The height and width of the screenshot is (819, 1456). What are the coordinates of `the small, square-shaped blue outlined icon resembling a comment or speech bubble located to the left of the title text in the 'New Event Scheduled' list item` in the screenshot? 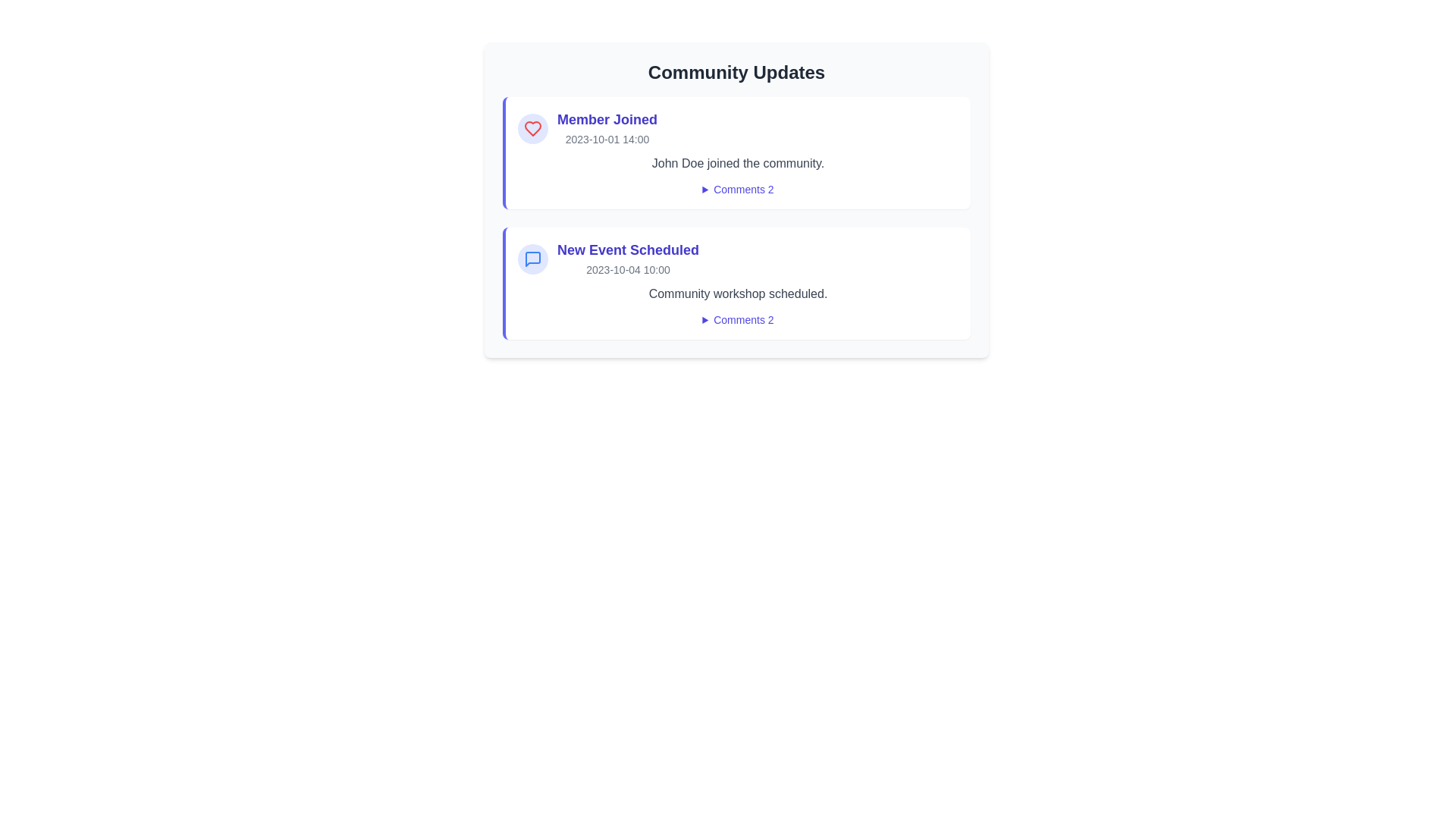 It's located at (532, 259).